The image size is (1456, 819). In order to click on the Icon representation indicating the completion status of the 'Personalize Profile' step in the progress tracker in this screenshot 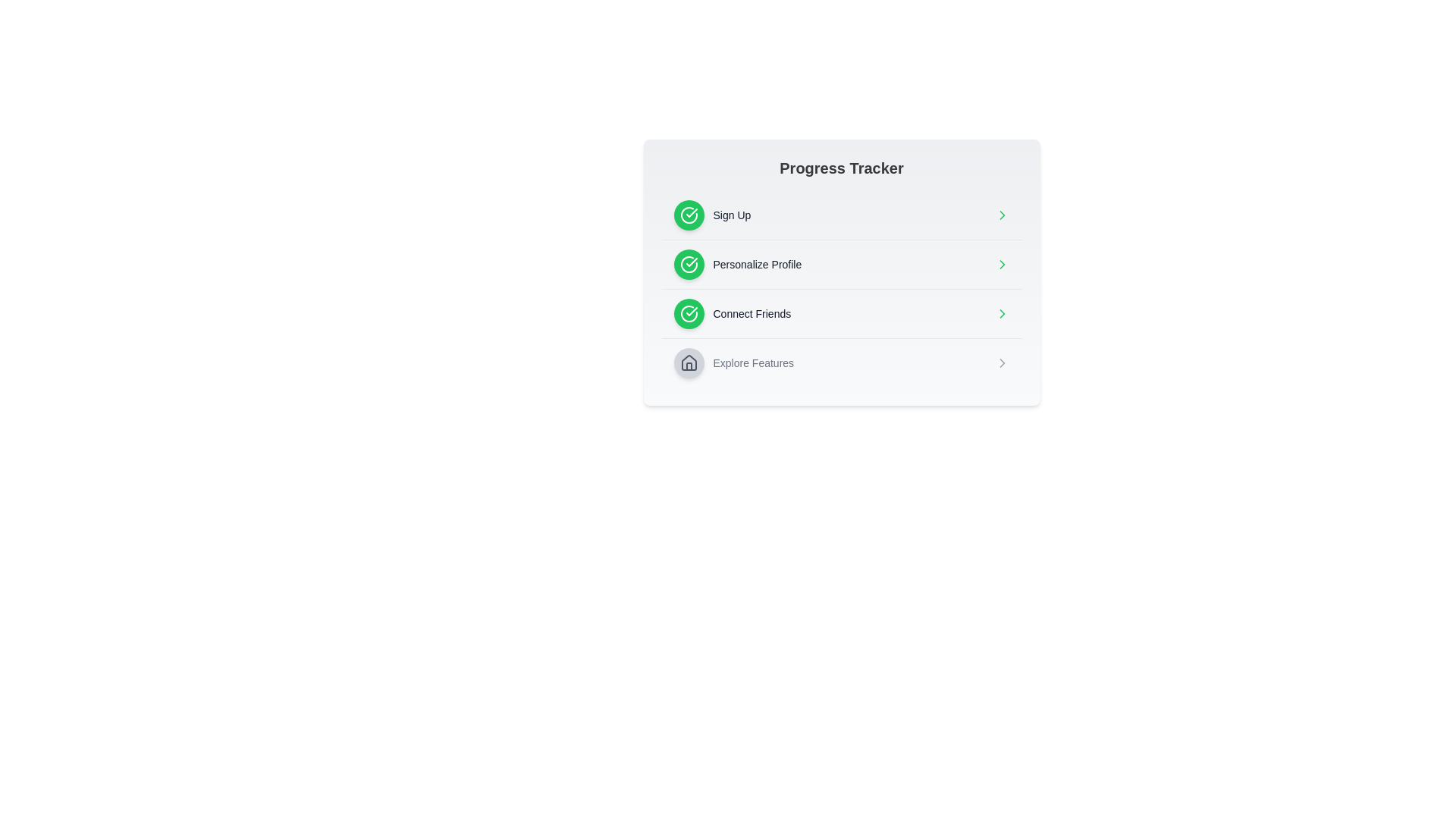, I will do `click(688, 263)`.